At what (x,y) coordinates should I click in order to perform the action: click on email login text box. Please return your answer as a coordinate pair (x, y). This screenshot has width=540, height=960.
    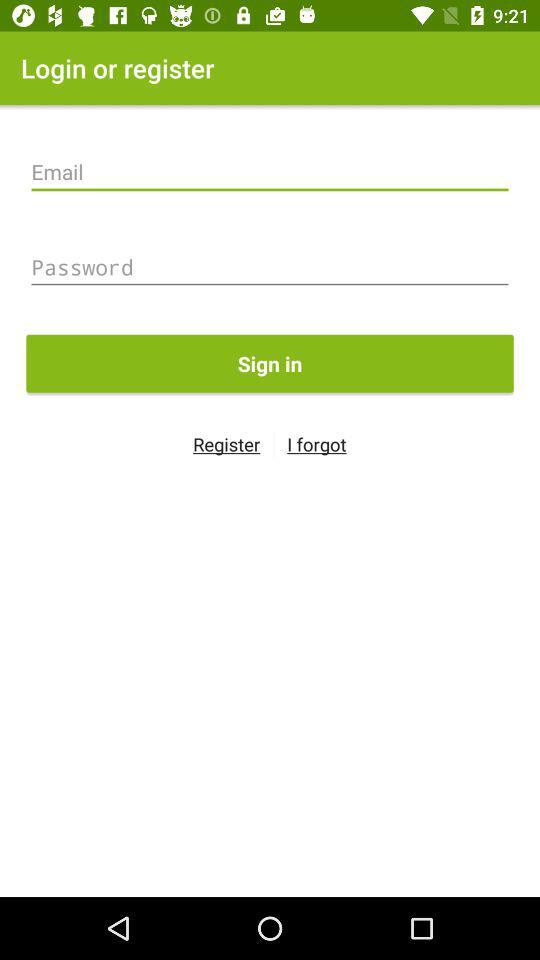
    Looking at the image, I should click on (270, 171).